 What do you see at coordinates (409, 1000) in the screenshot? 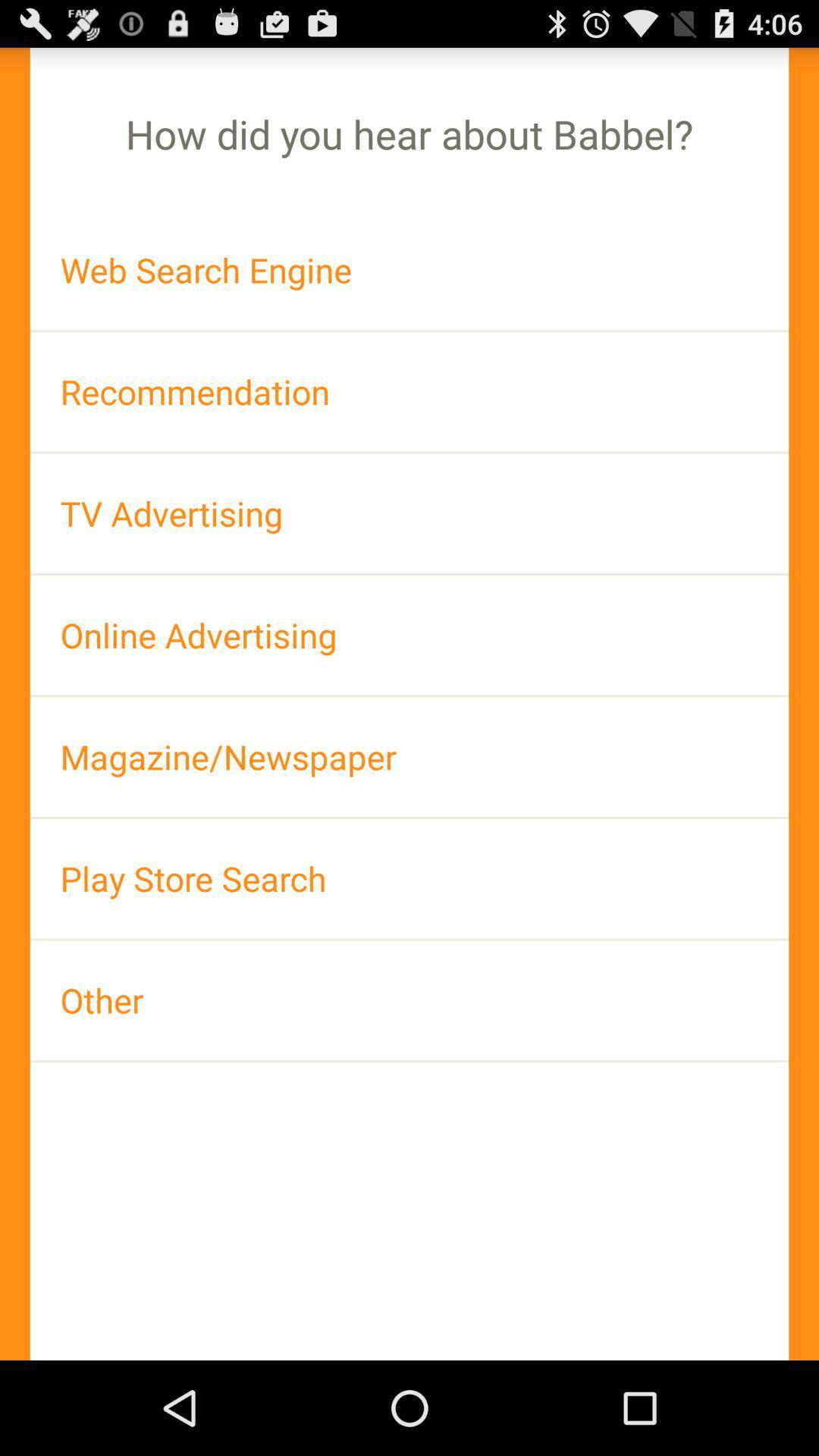
I see `the app at the bottom` at bounding box center [409, 1000].